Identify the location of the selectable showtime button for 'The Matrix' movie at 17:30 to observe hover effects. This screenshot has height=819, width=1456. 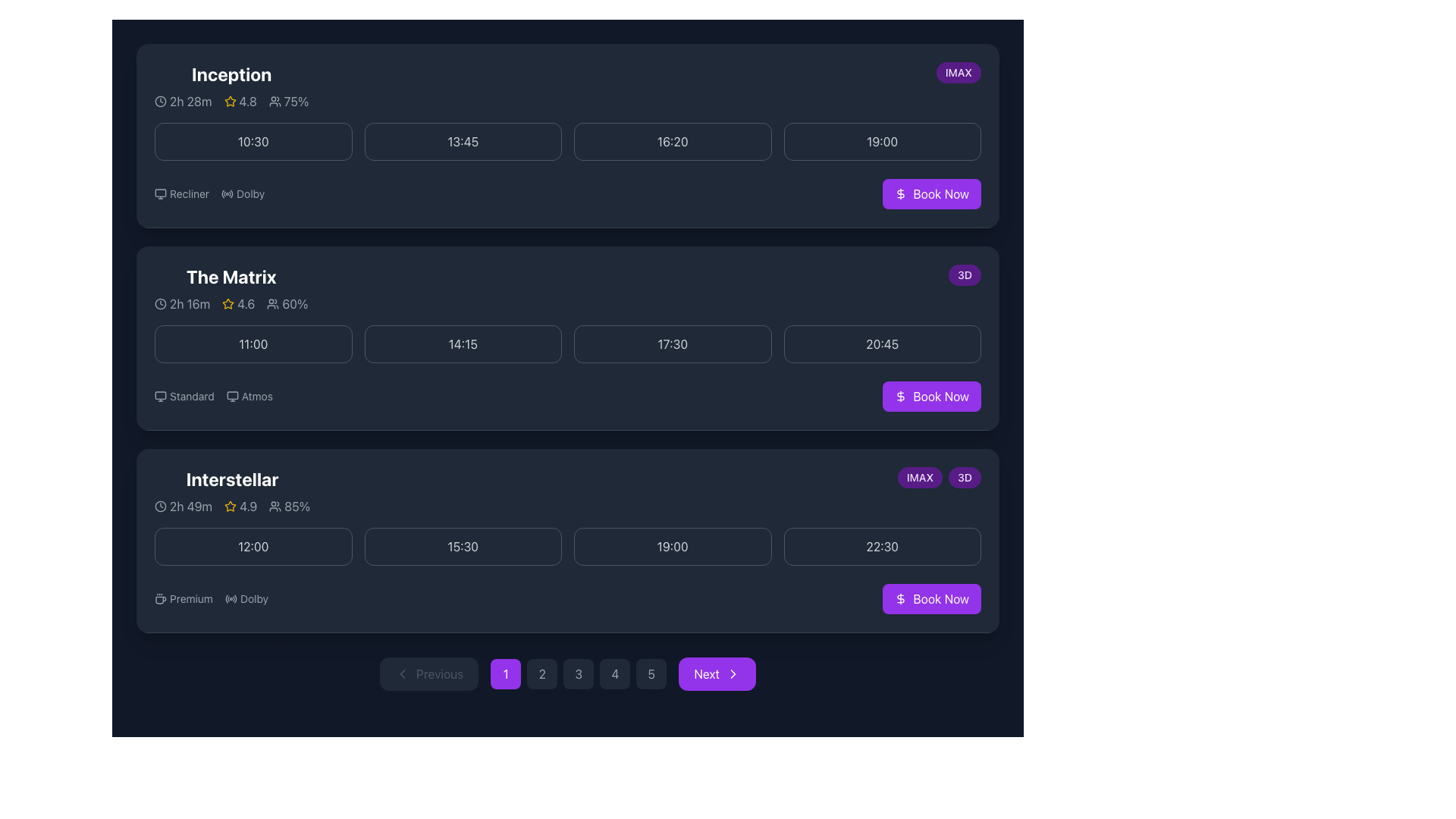
(672, 344).